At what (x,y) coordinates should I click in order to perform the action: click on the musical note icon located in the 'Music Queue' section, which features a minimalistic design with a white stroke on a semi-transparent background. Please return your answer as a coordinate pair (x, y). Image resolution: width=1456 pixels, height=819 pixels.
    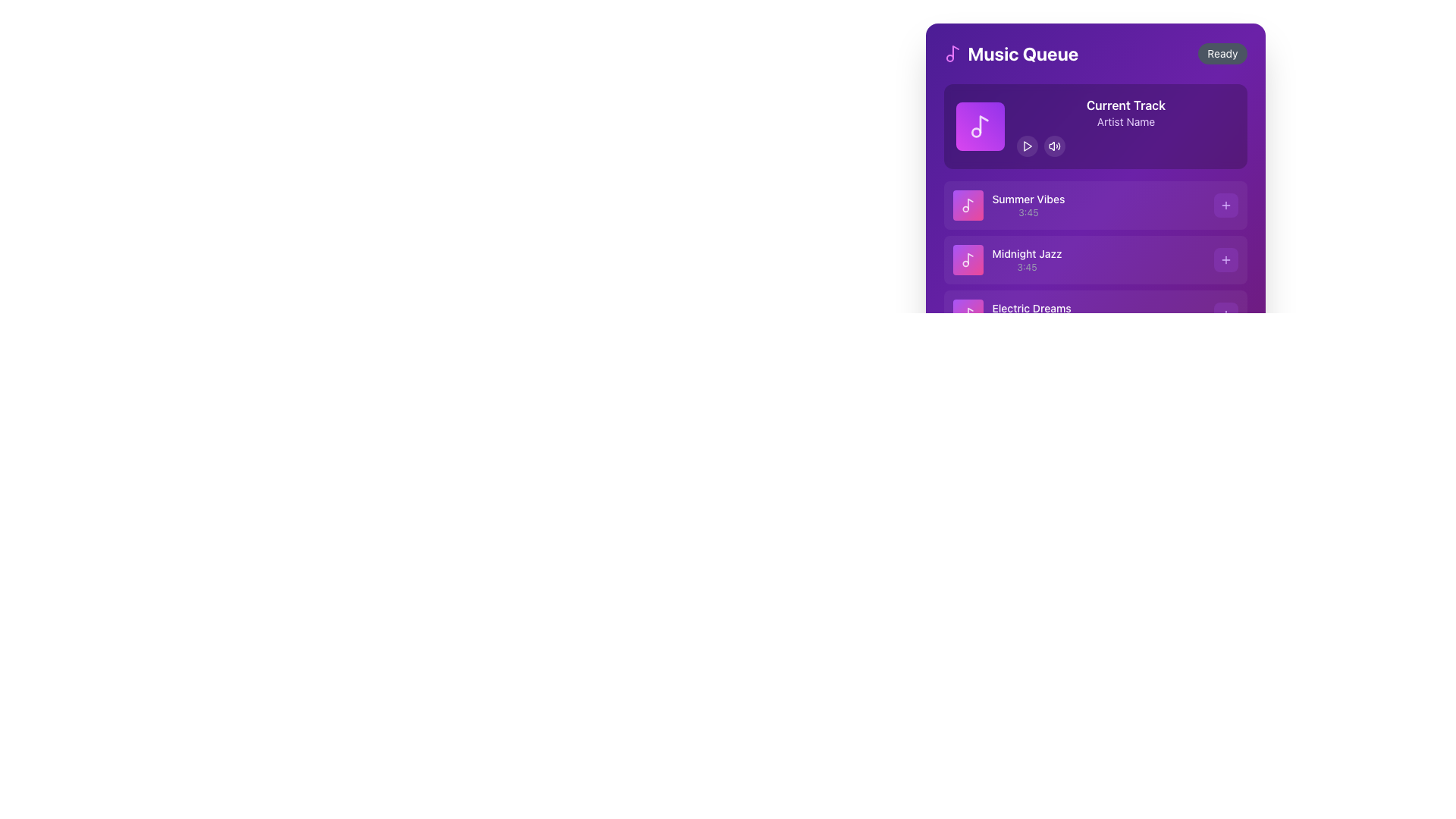
    Looking at the image, I should click on (967, 259).